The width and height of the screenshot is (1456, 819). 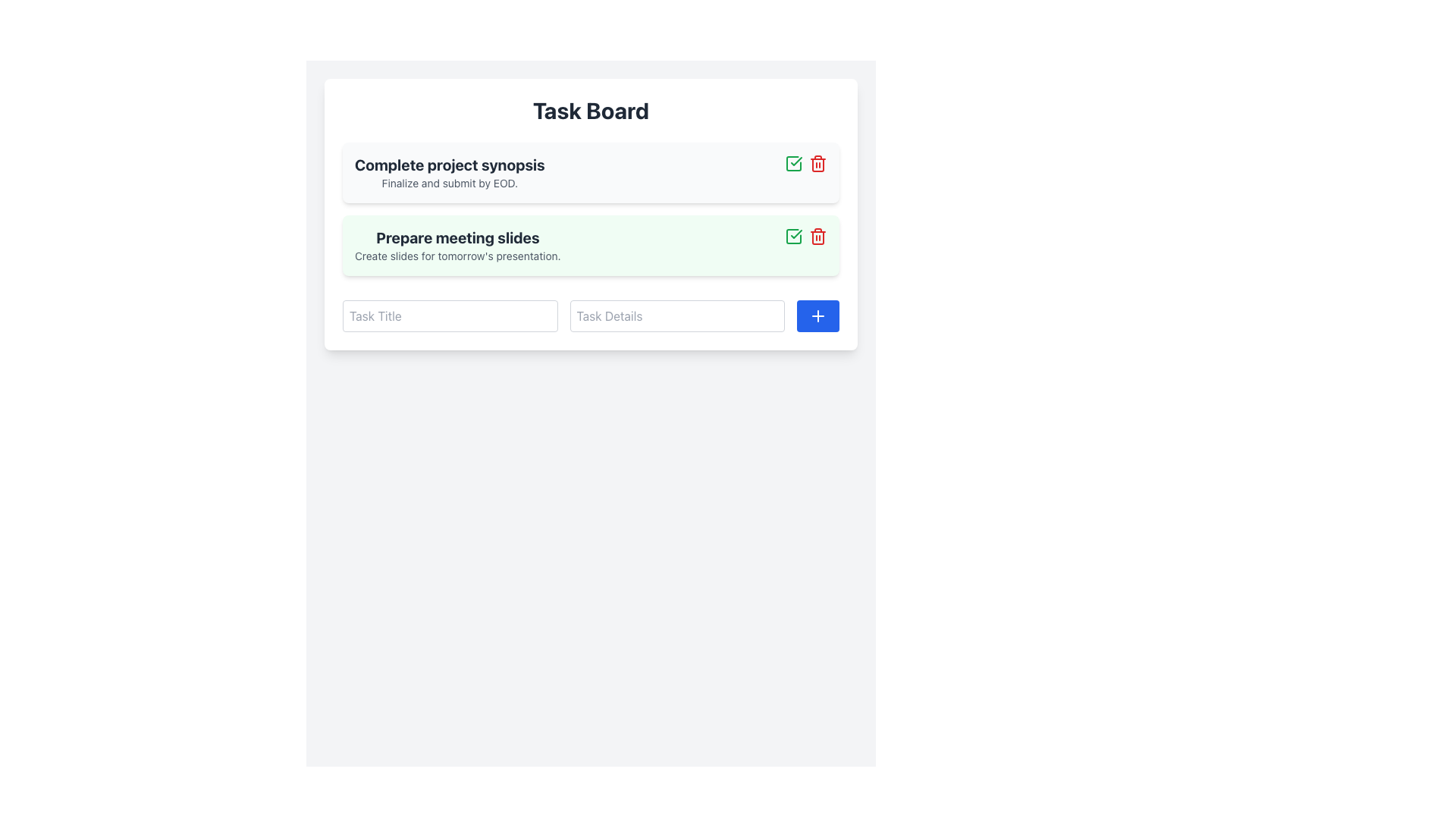 I want to click on the red trash bin icon, so click(x=817, y=164).